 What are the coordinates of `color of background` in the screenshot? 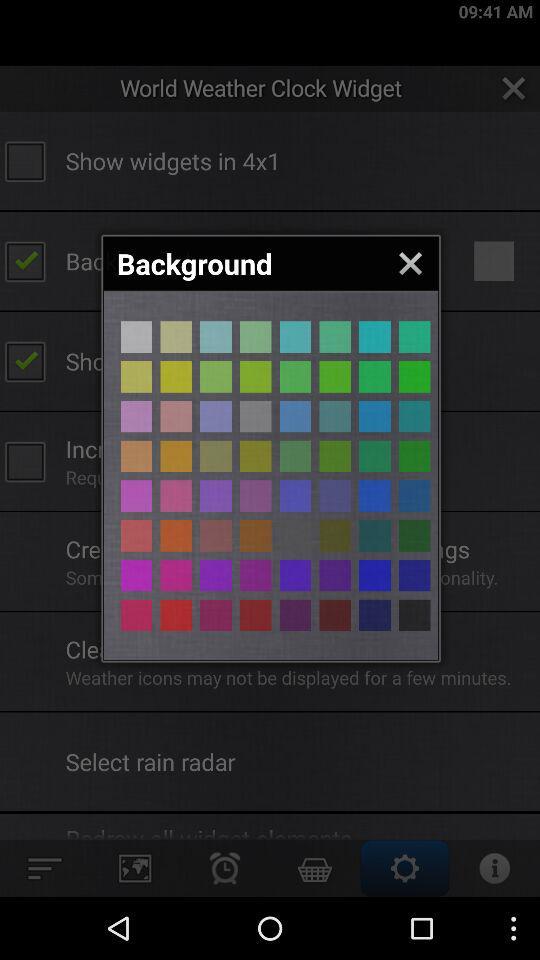 It's located at (335, 415).